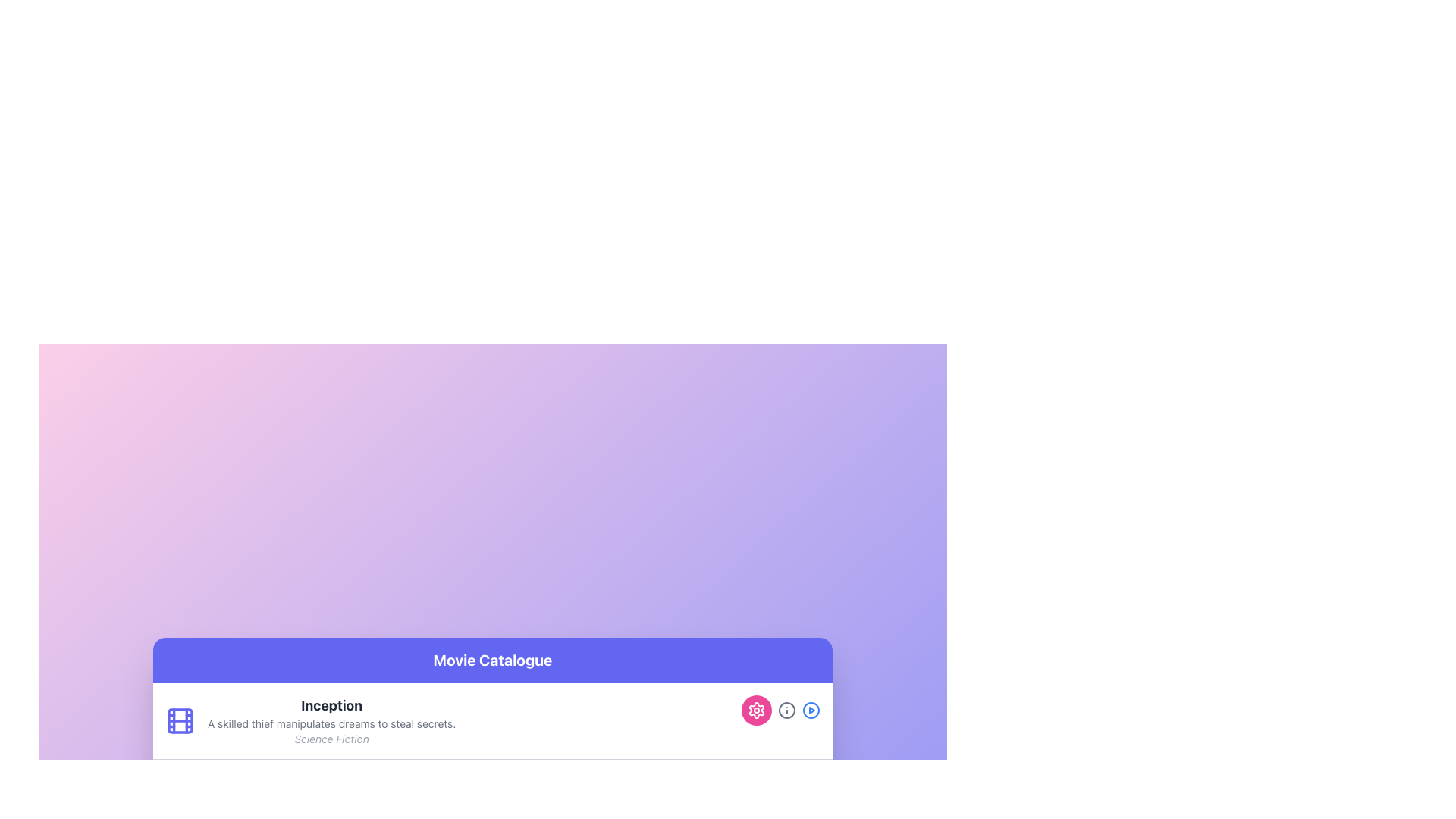 The height and width of the screenshot is (819, 1456). What do you see at coordinates (331, 723) in the screenshot?
I see `the static text that reads 'A skilled thief manipulates dreams to steal secrets.', which is positioned below the title 'Inception' and above the genre tag 'Science Fiction'` at bounding box center [331, 723].